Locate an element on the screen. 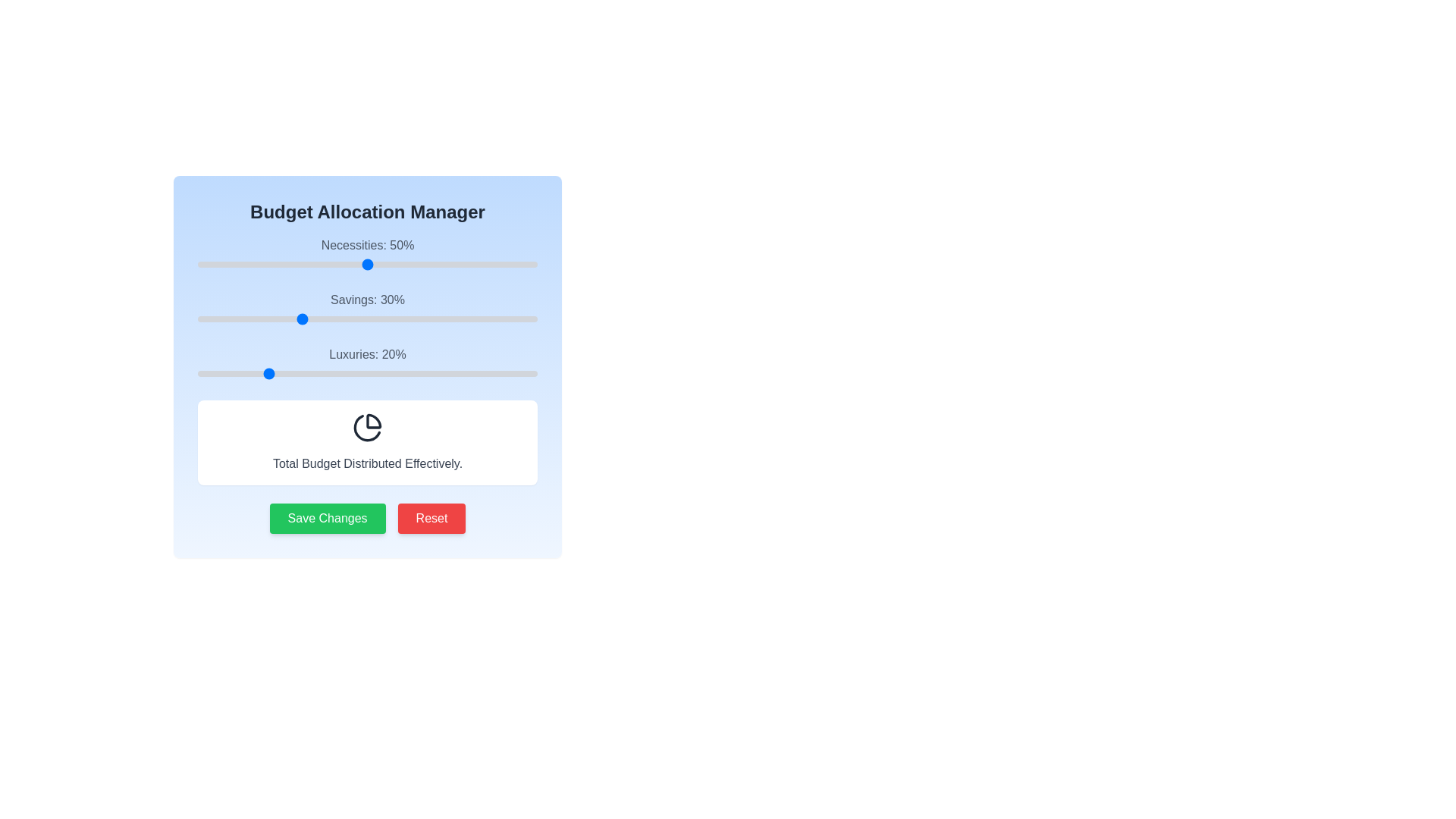 The width and height of the screenshot is (1456, 819). the luxuries allocation is located at coordinates (431, 374).